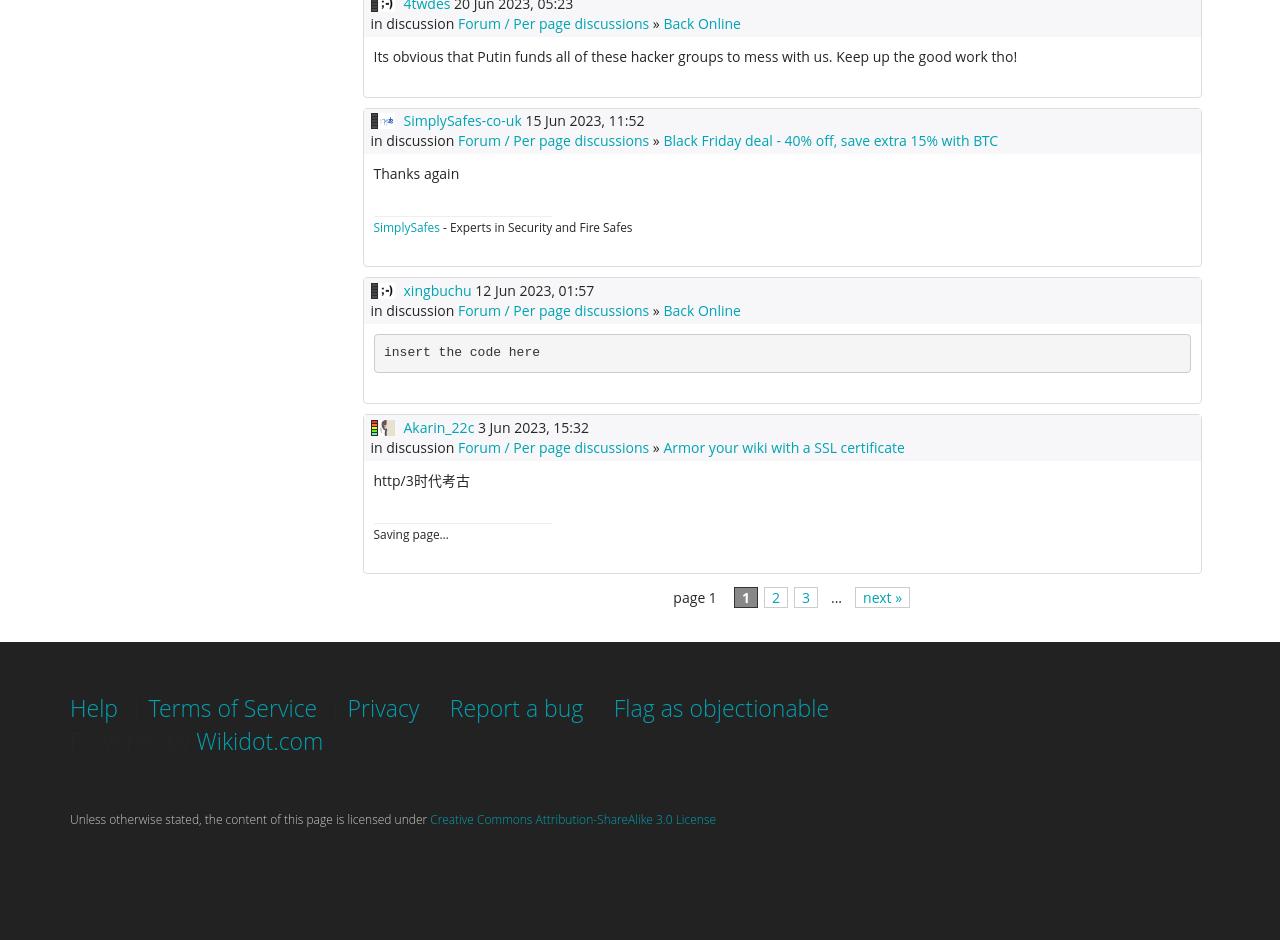 The width and height of the screenshot is (1280, 940). What do you see at coordinates (372, 173) in the screenshot?
I see `'Thanks again'` at bounding box center [372, 173].